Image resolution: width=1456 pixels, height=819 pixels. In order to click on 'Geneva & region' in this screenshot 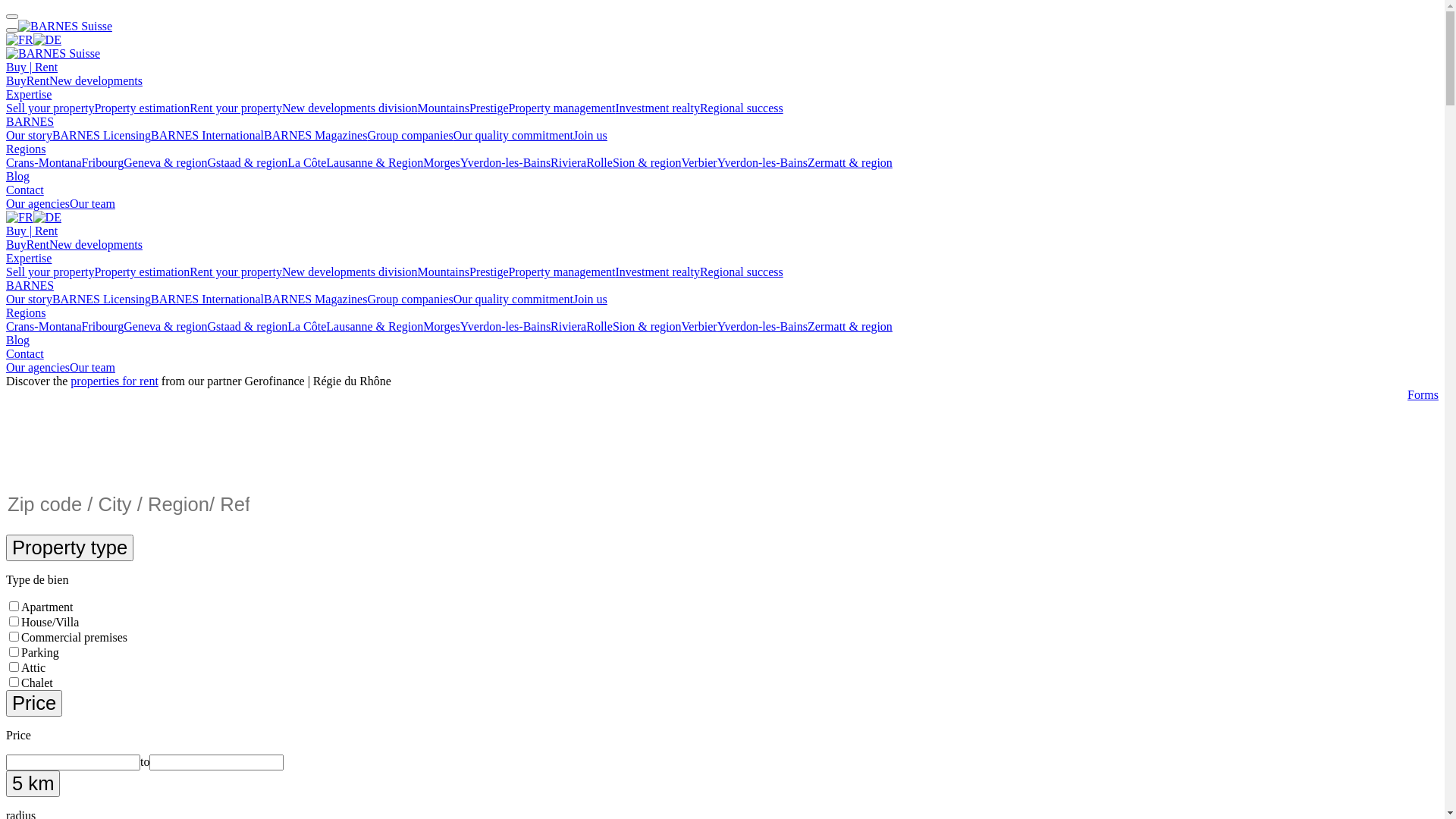, I will do `click(165, 162)`.